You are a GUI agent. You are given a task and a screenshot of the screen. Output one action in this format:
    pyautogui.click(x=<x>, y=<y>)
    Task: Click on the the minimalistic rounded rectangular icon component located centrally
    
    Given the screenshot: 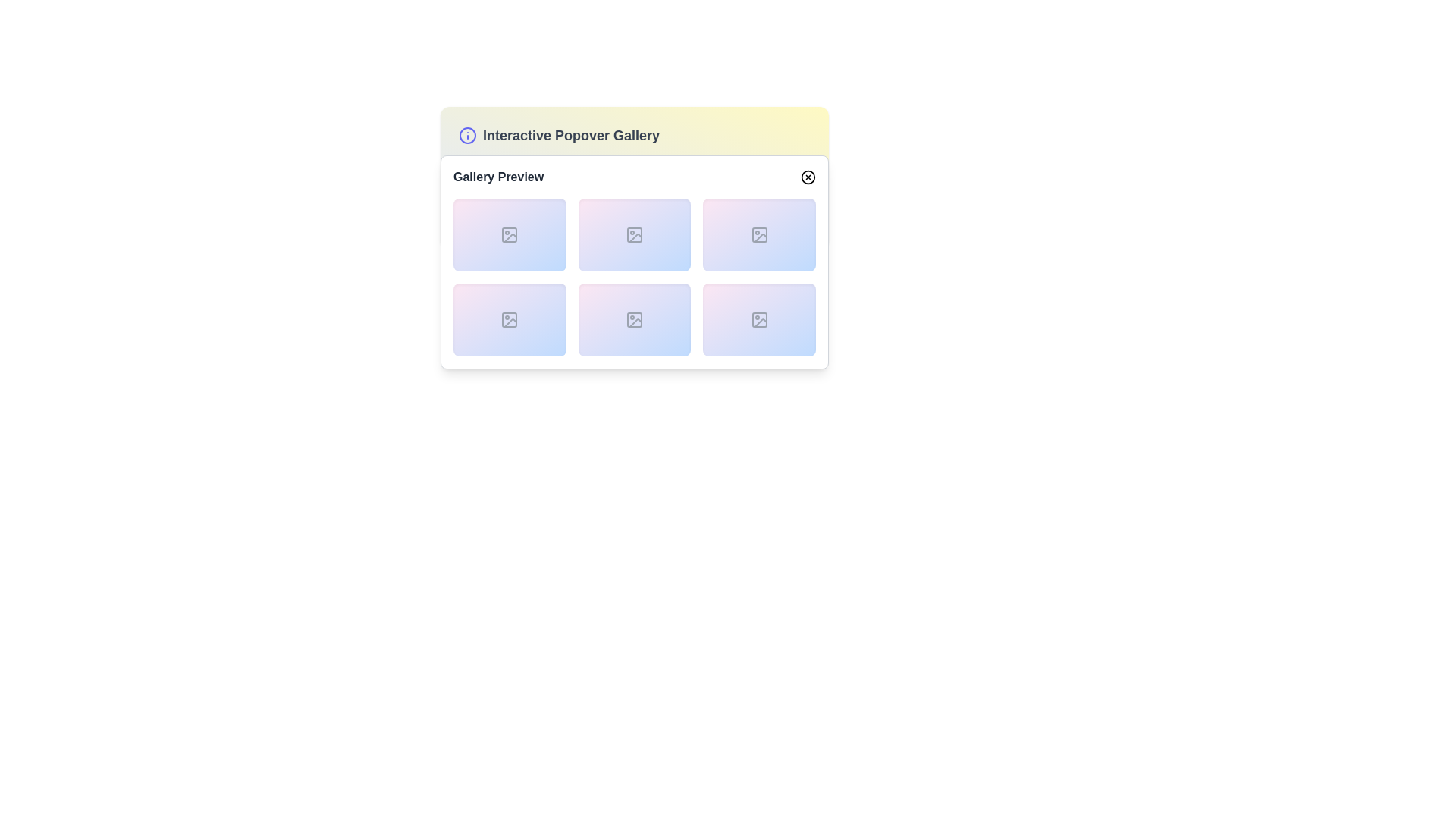 What is the action you would take?
    pyautogui.click(x=510, y=234)
    